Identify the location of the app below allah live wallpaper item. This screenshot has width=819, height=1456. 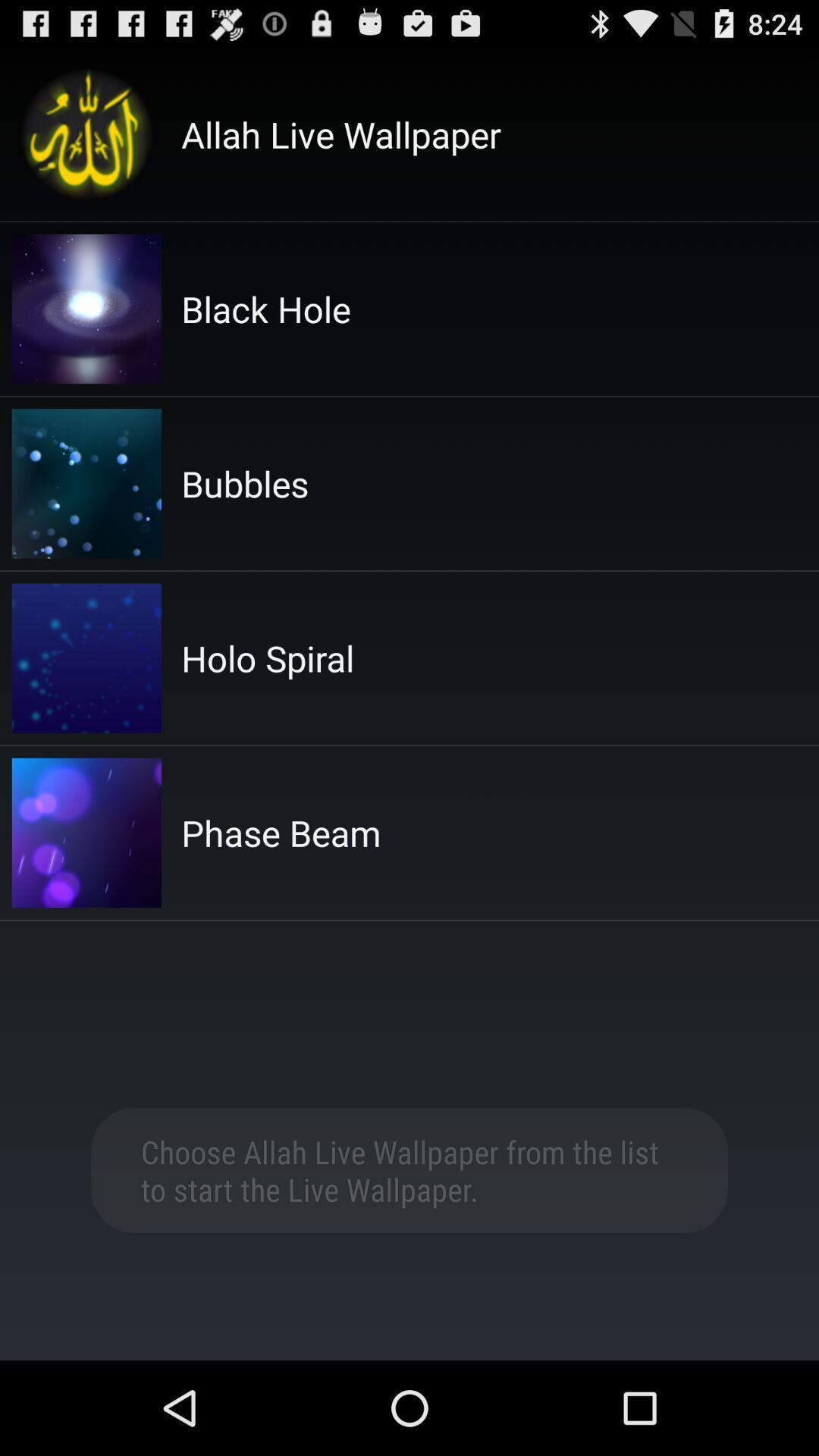
(265, 308).